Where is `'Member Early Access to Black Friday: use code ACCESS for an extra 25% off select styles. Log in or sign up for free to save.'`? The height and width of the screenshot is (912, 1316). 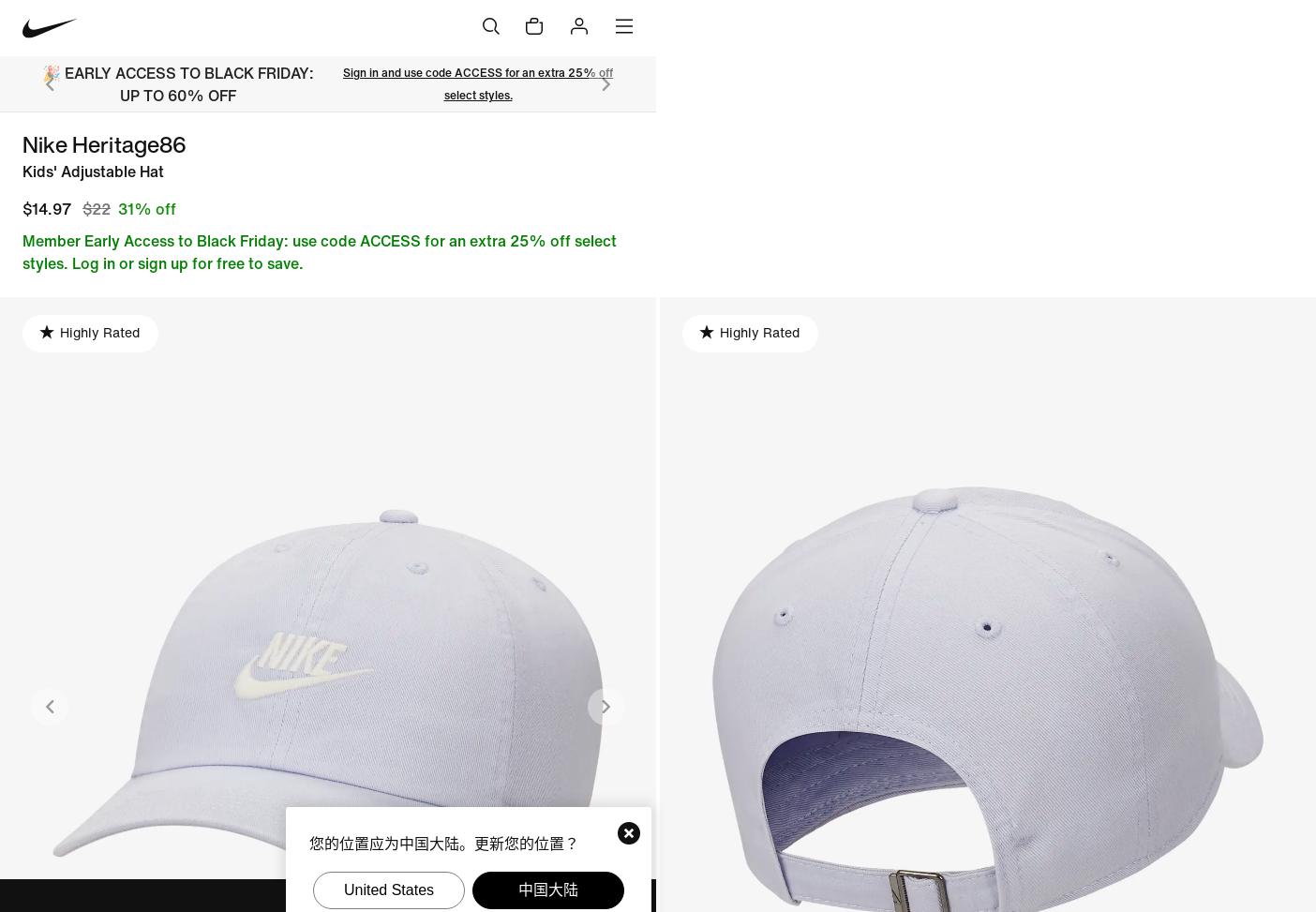
'Member Early Access to Black Friday: use code ACCESS for an extra 25% off select styles. Log in or sign up for free to save.' is located at coordinates (320, 249).